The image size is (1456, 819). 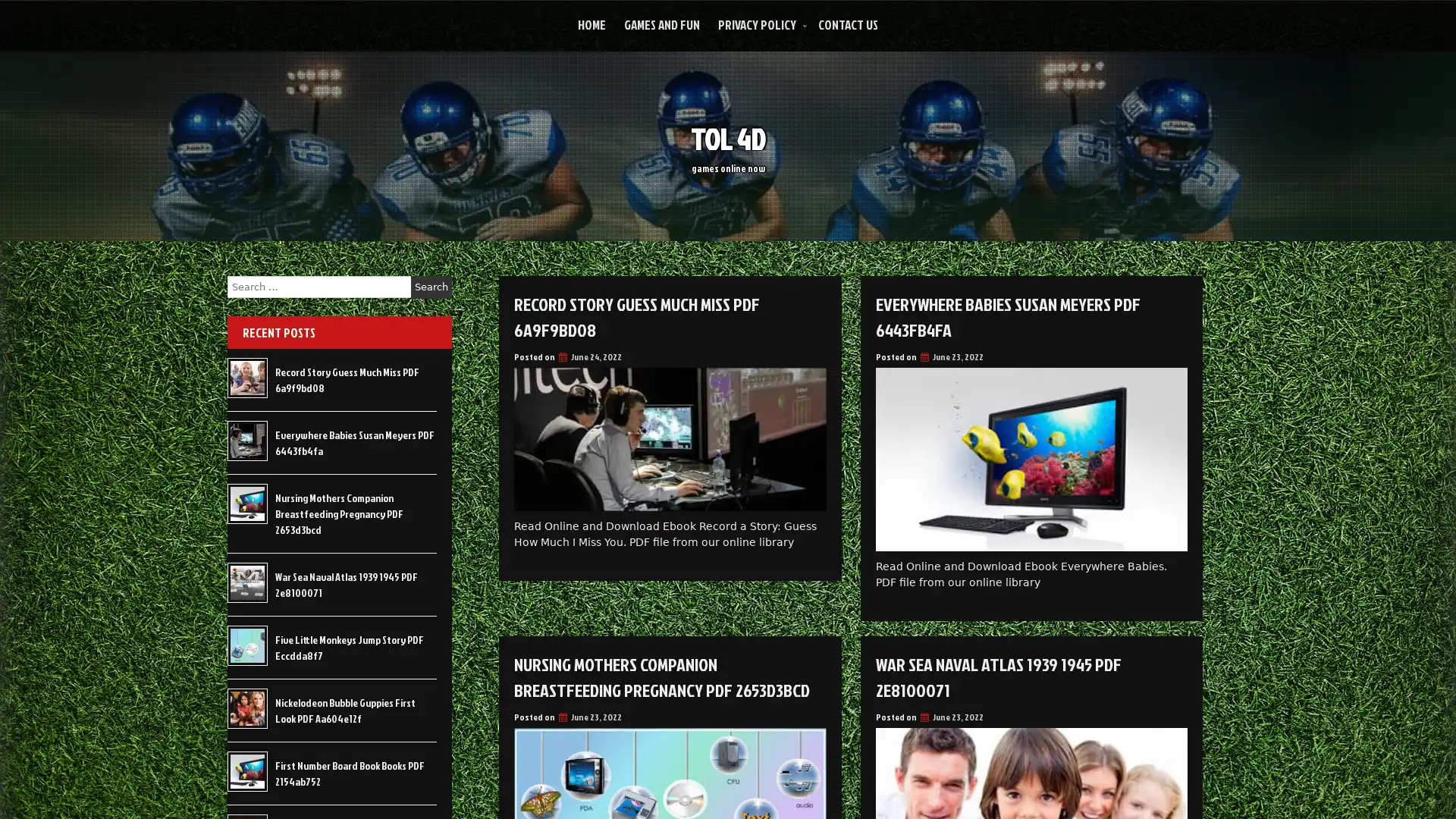 I want to click on Search, so click(x=431, y=287).